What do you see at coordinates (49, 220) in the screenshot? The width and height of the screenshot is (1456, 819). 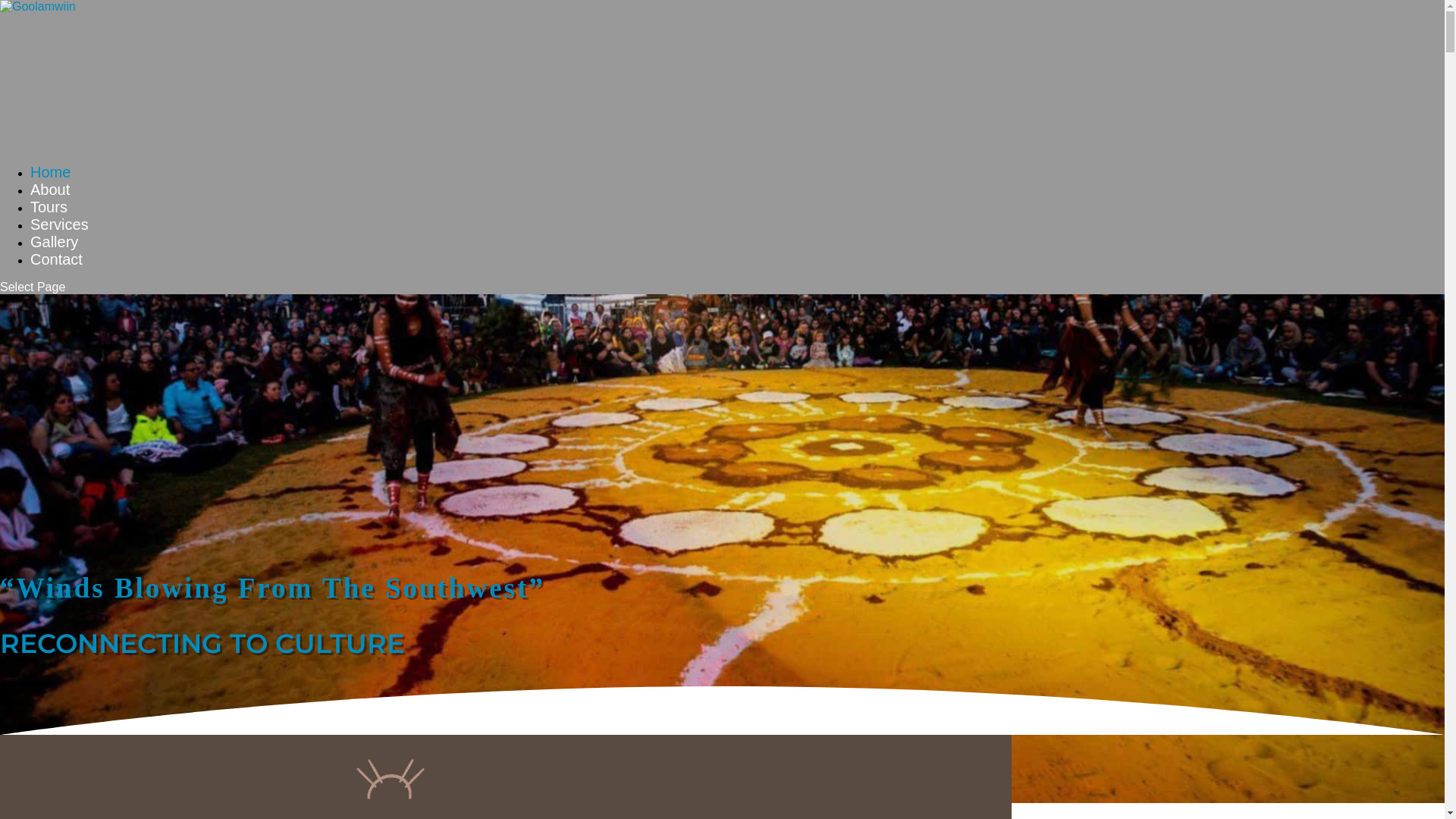 I see `'Tours'` at bounding box center [49, 220].